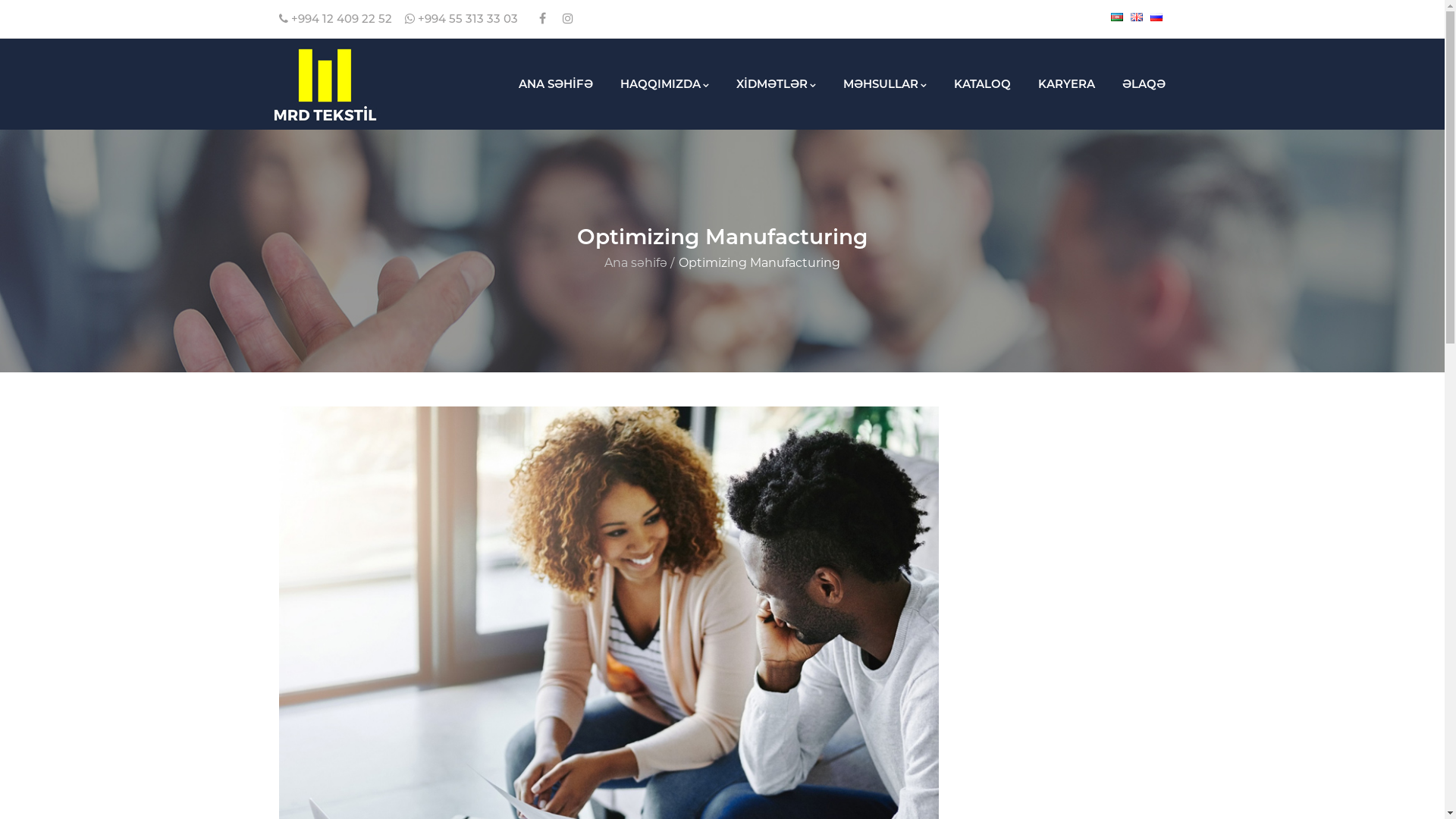 The height and width of the screenshot is (819, 1456). What do you see at coordinates (939, 84) in the screenshot?
I see `'KATALOQ'` at bounding box center [939, 84].